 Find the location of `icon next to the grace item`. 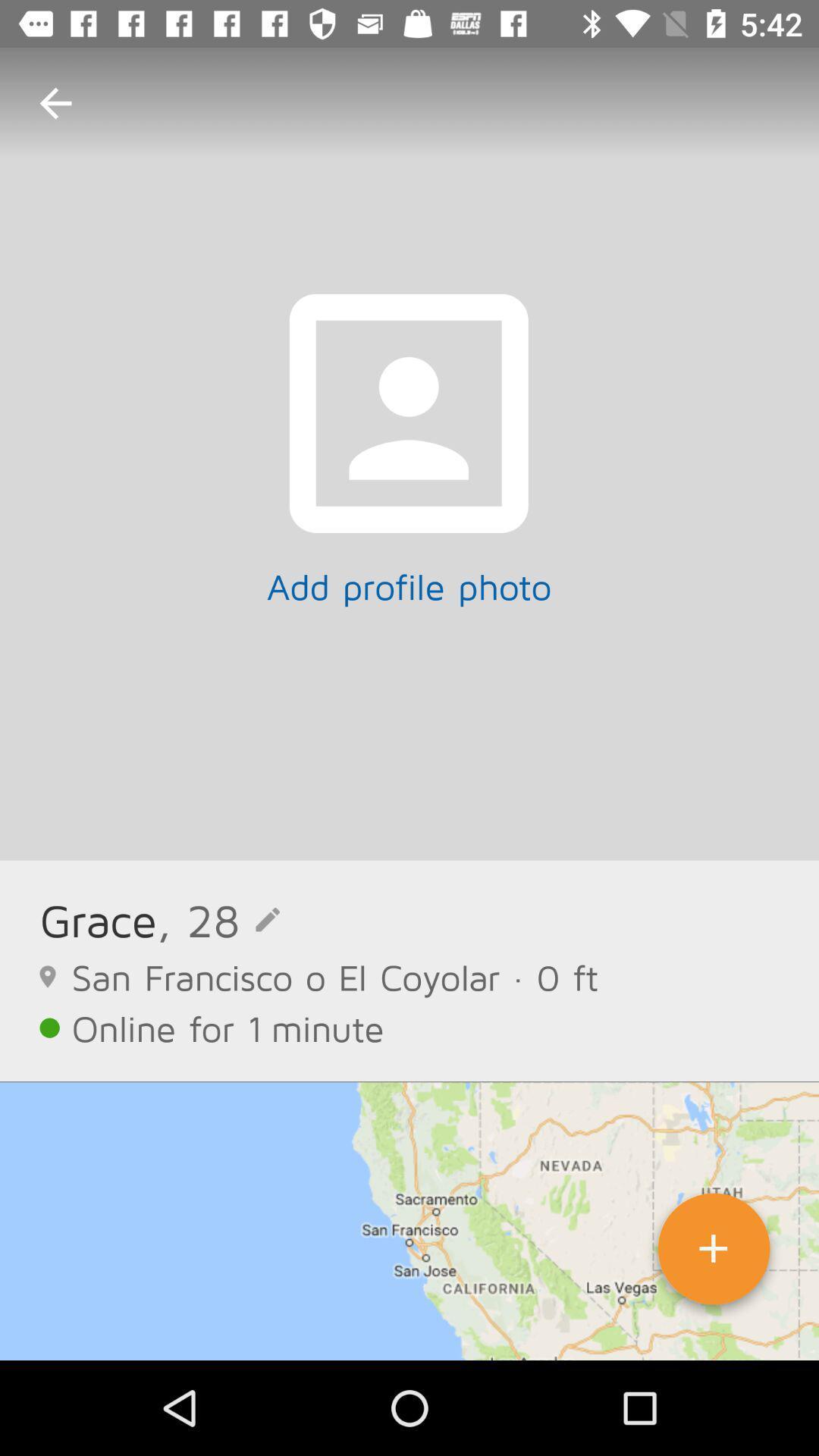

icon next to the grace item is located at coordinates (218, 919).